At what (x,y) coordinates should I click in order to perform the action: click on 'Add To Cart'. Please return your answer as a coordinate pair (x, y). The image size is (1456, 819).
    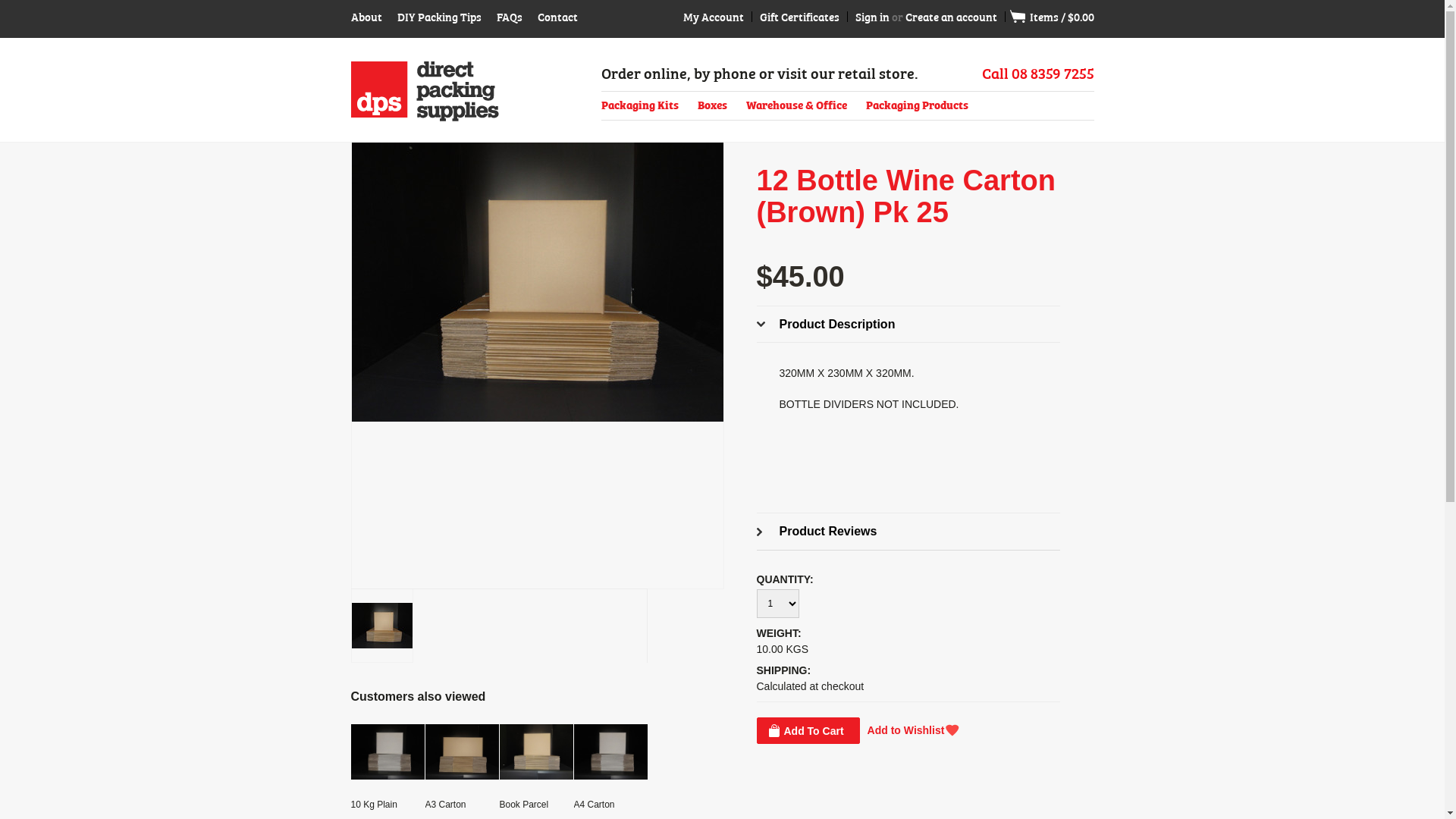
    Looking at the image, I should click on (807, 730).